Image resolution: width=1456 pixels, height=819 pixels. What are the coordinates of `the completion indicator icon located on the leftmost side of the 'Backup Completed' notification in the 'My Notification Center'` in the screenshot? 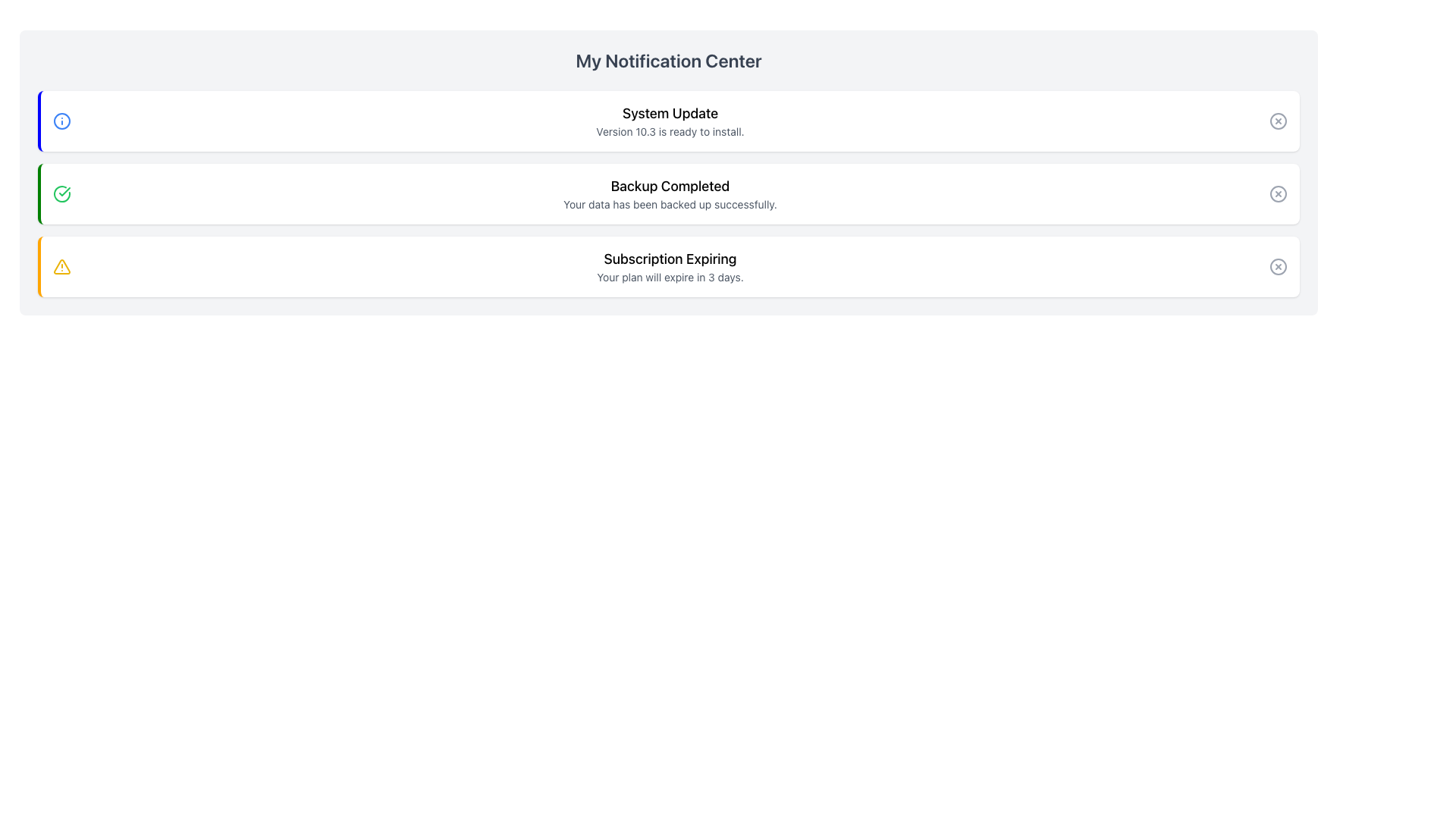 It's located at (61, 193).